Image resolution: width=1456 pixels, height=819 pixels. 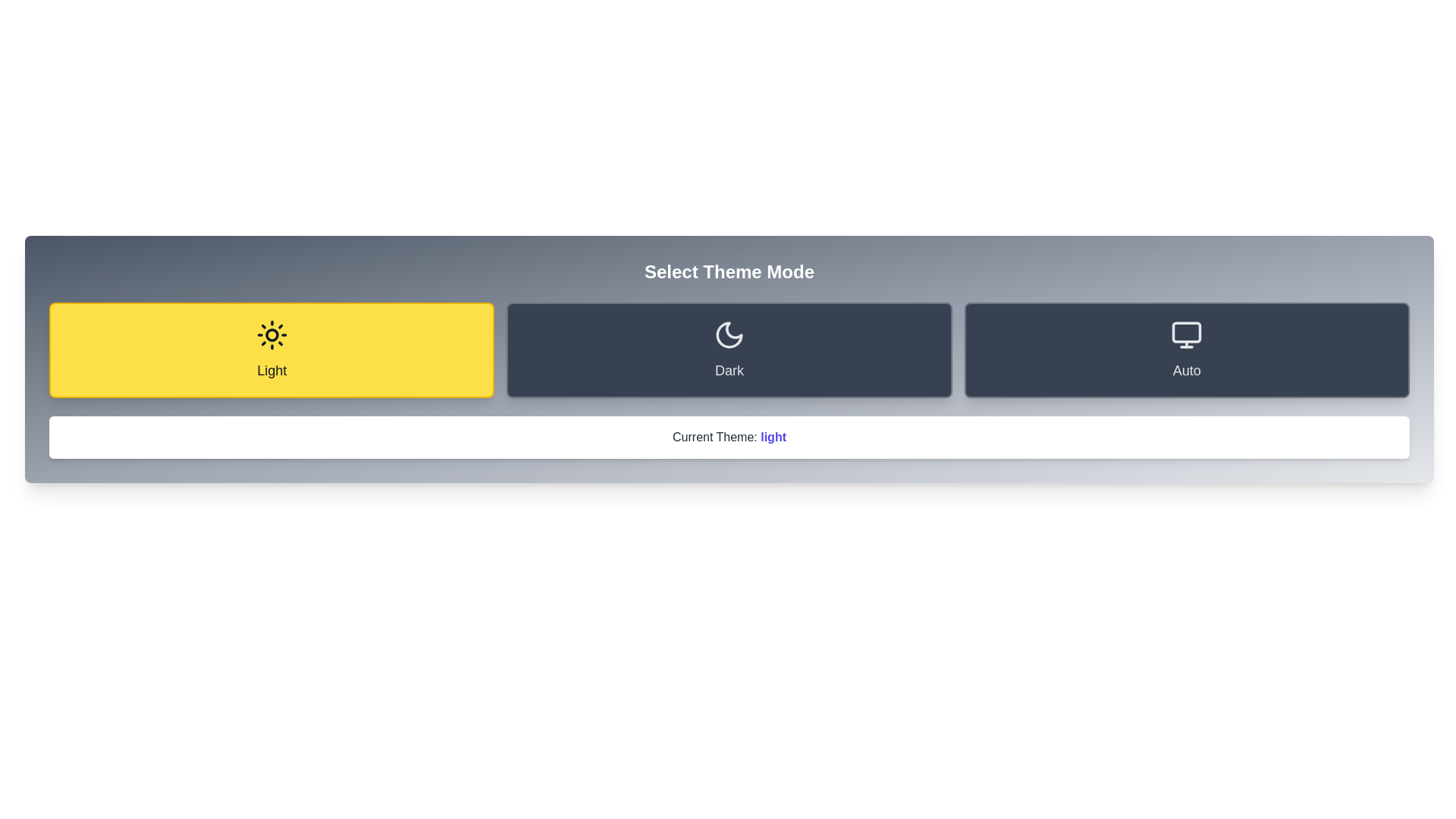 I want to click on the sun-shaped icon representing brightness, located within the 'Light' button, which is the first option in the theme mode layout, so click(x=271, y=334).